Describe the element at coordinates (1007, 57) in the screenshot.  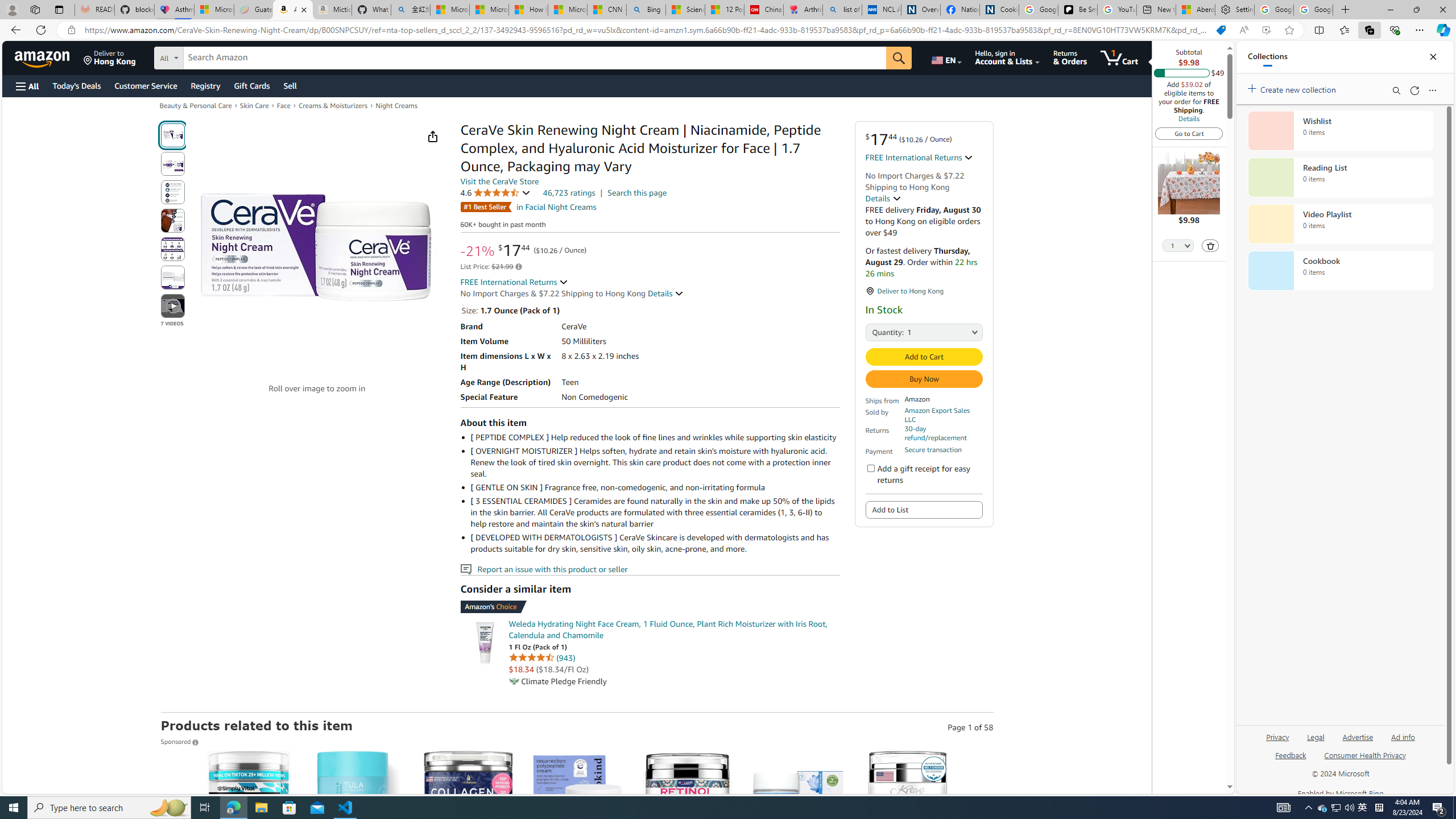
I see `'Hello, sign in Account & Lists'` at that location.